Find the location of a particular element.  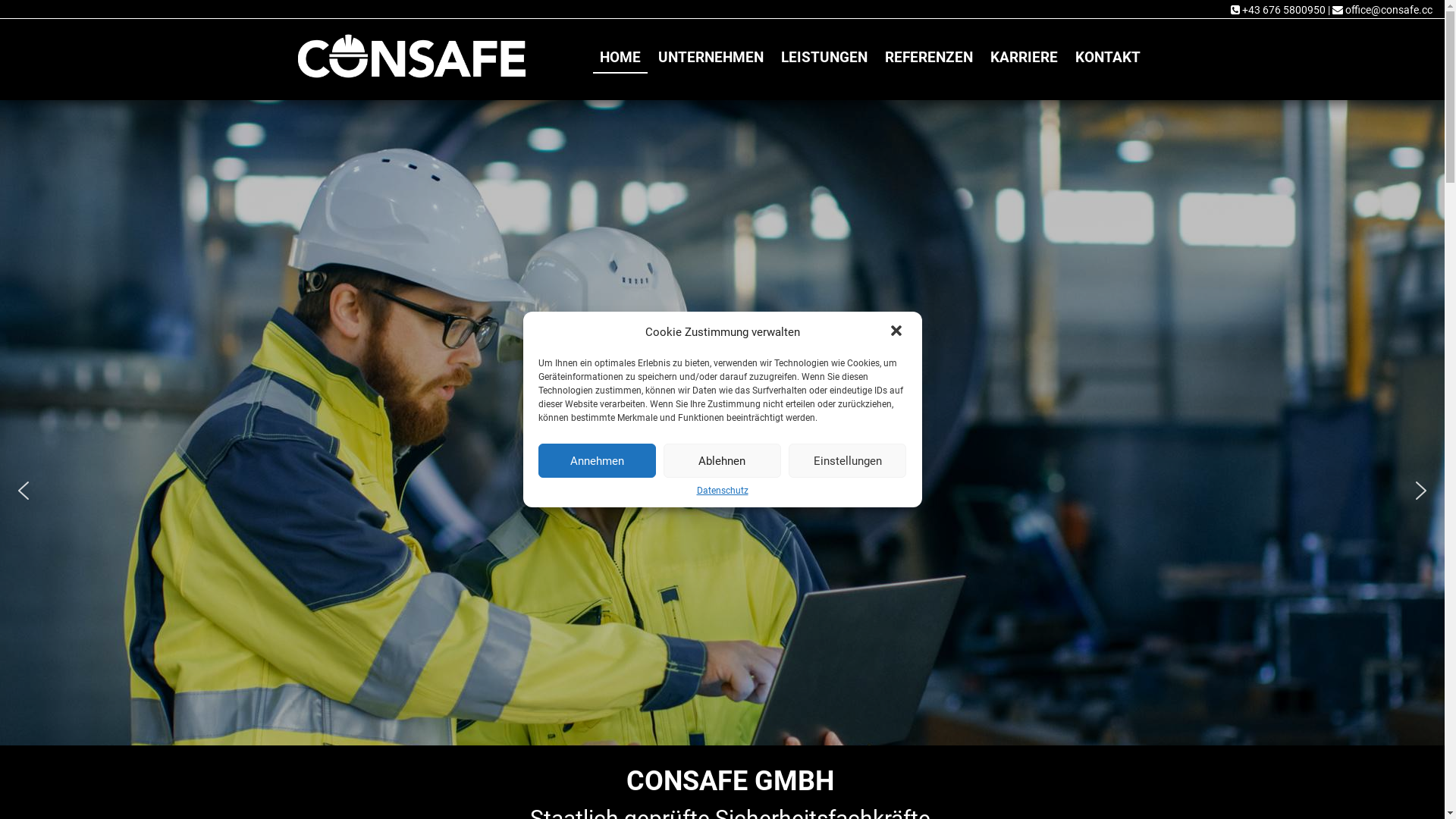

'Ablehnen' is located at coordinates (721, 460).